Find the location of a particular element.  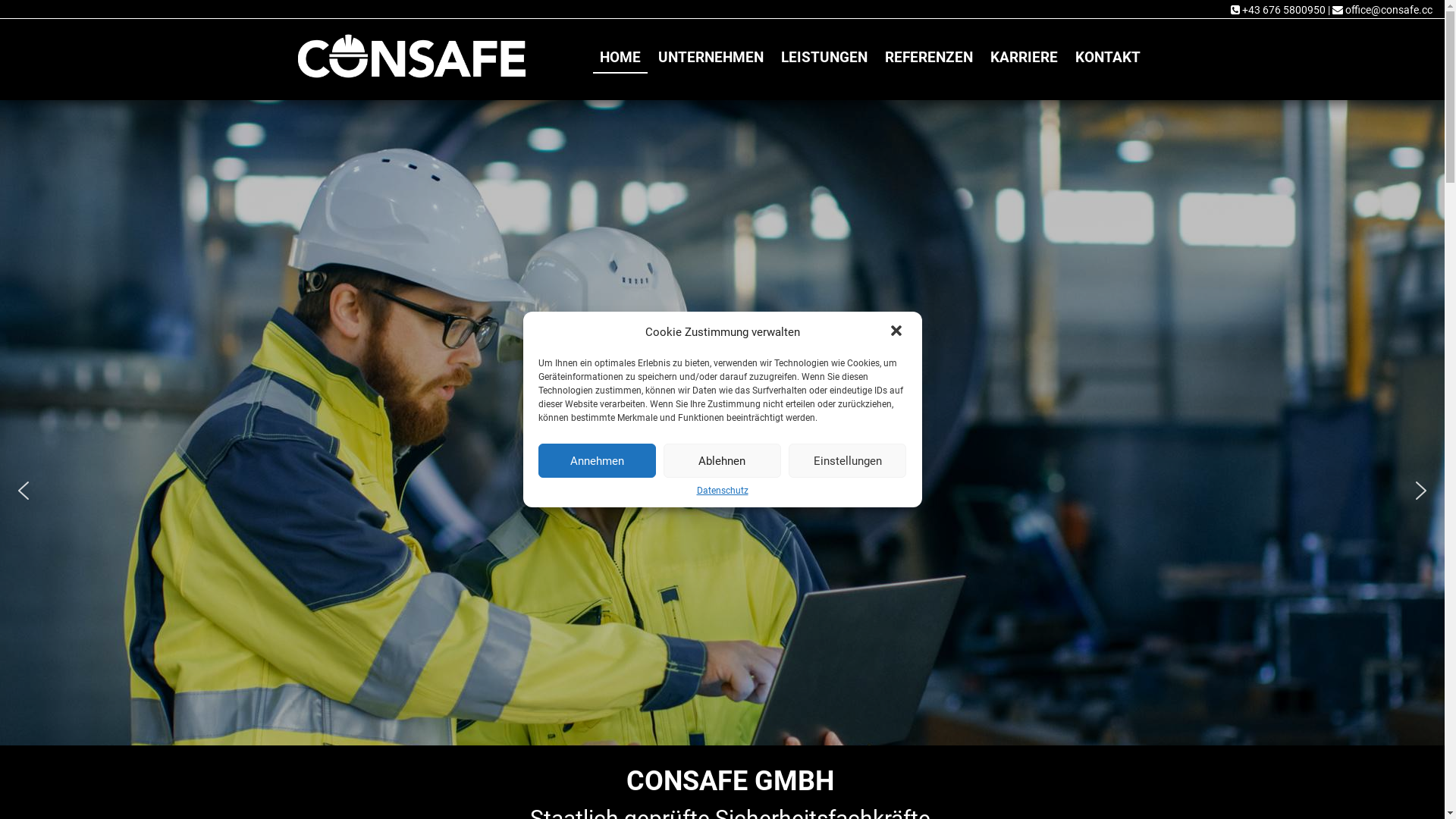

'Ablehnen' is located at coordinates (721, 460).